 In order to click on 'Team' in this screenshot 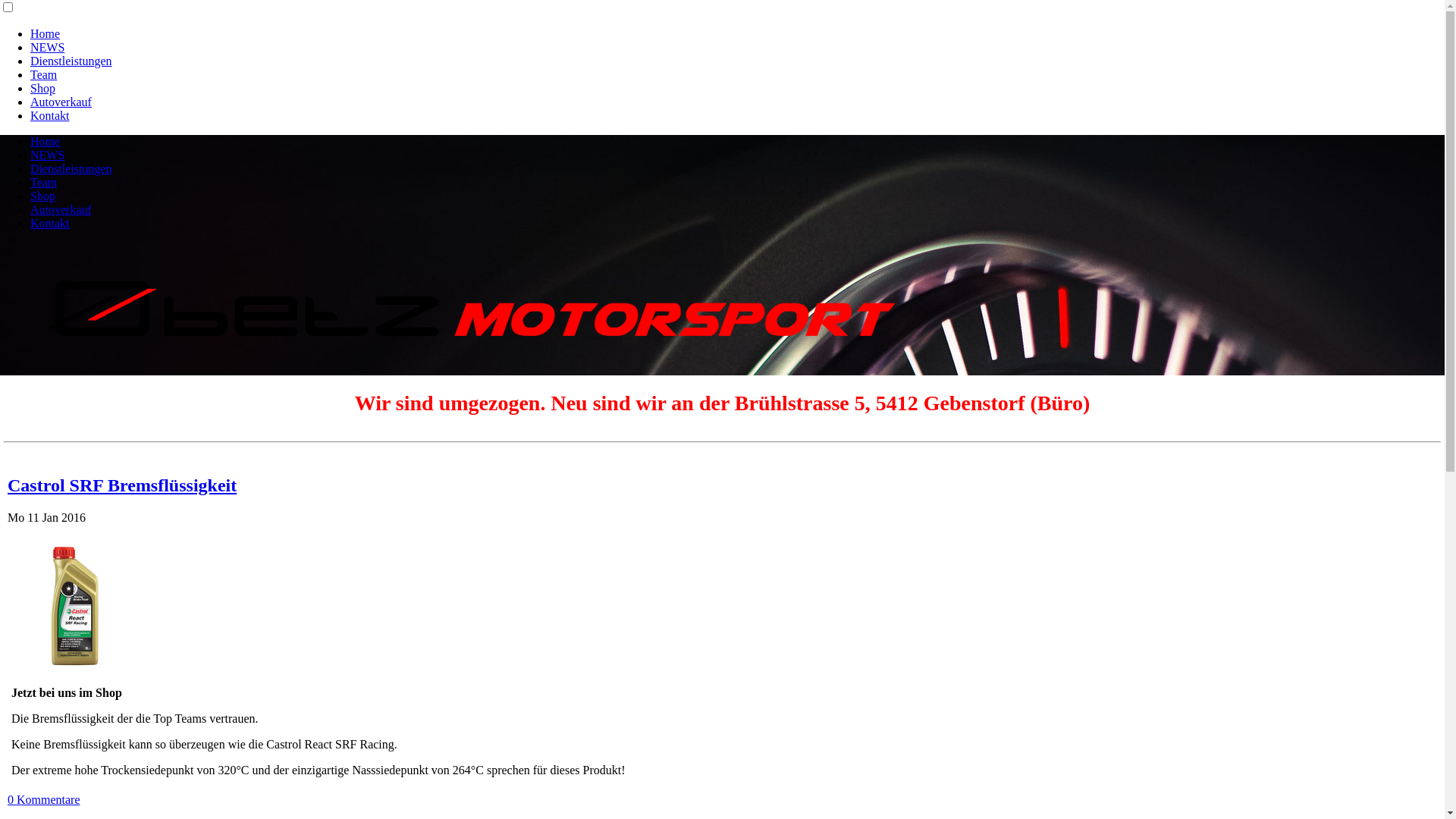, I will do `click(43, 181)`.